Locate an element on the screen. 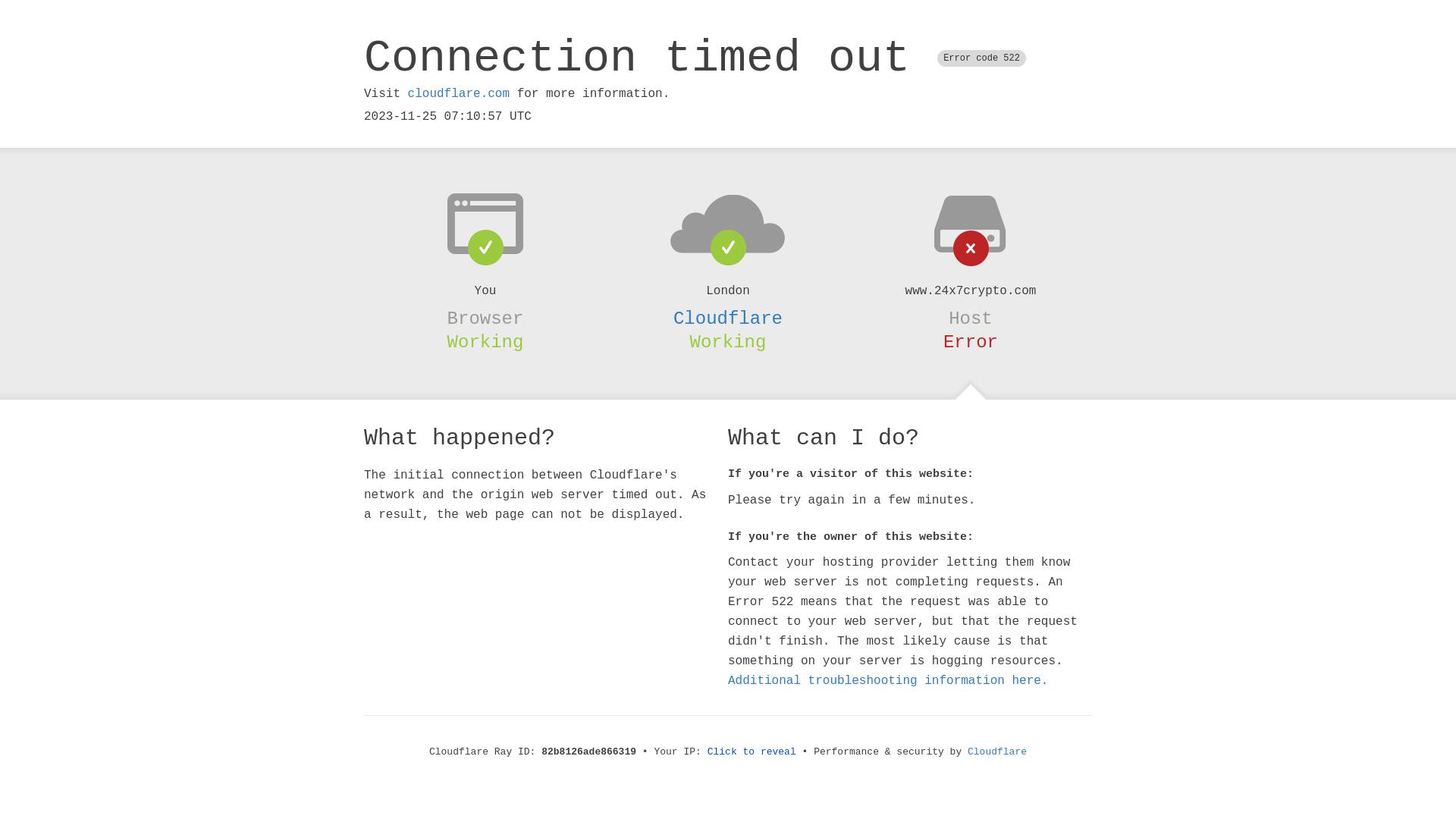  'cloudflare.com' is located at coordinates (407, 93).